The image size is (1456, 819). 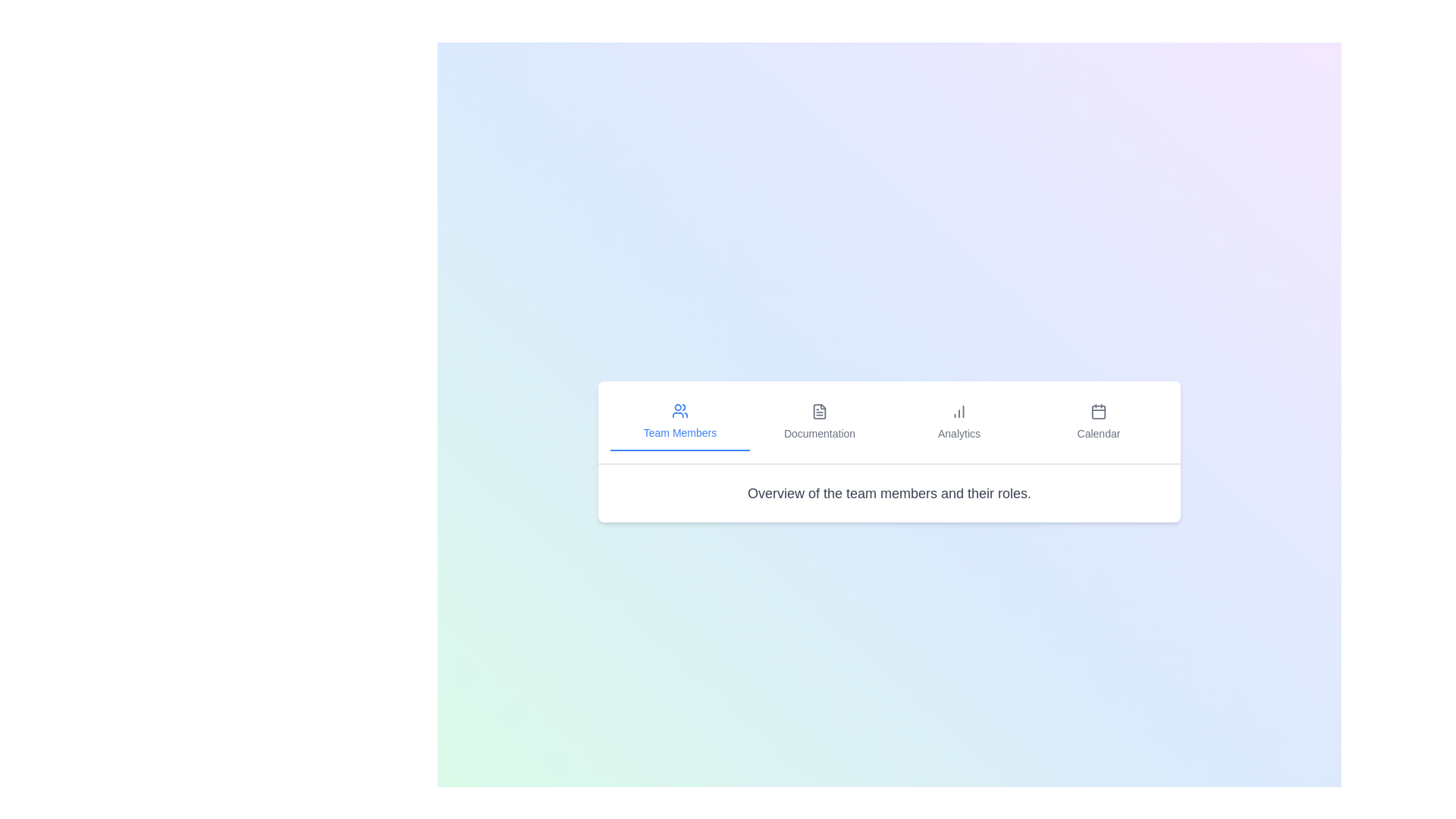 What do you see at coordinates (679, 422) in the screenshot?
I see `the Team Members tab to view its content` at bounding box center [679, 422].